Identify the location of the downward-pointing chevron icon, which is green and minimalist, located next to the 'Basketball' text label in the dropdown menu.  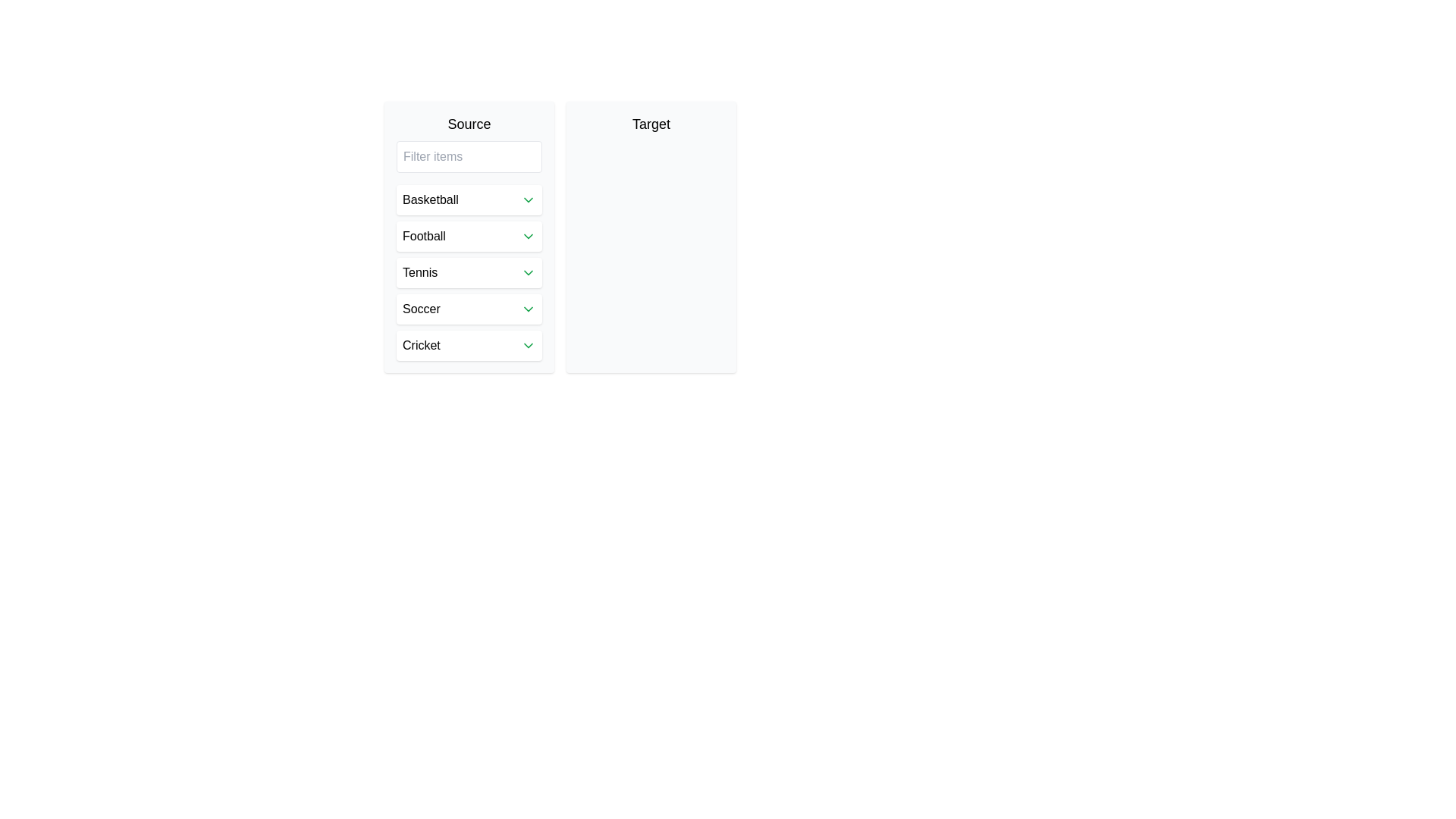
(528, 199).